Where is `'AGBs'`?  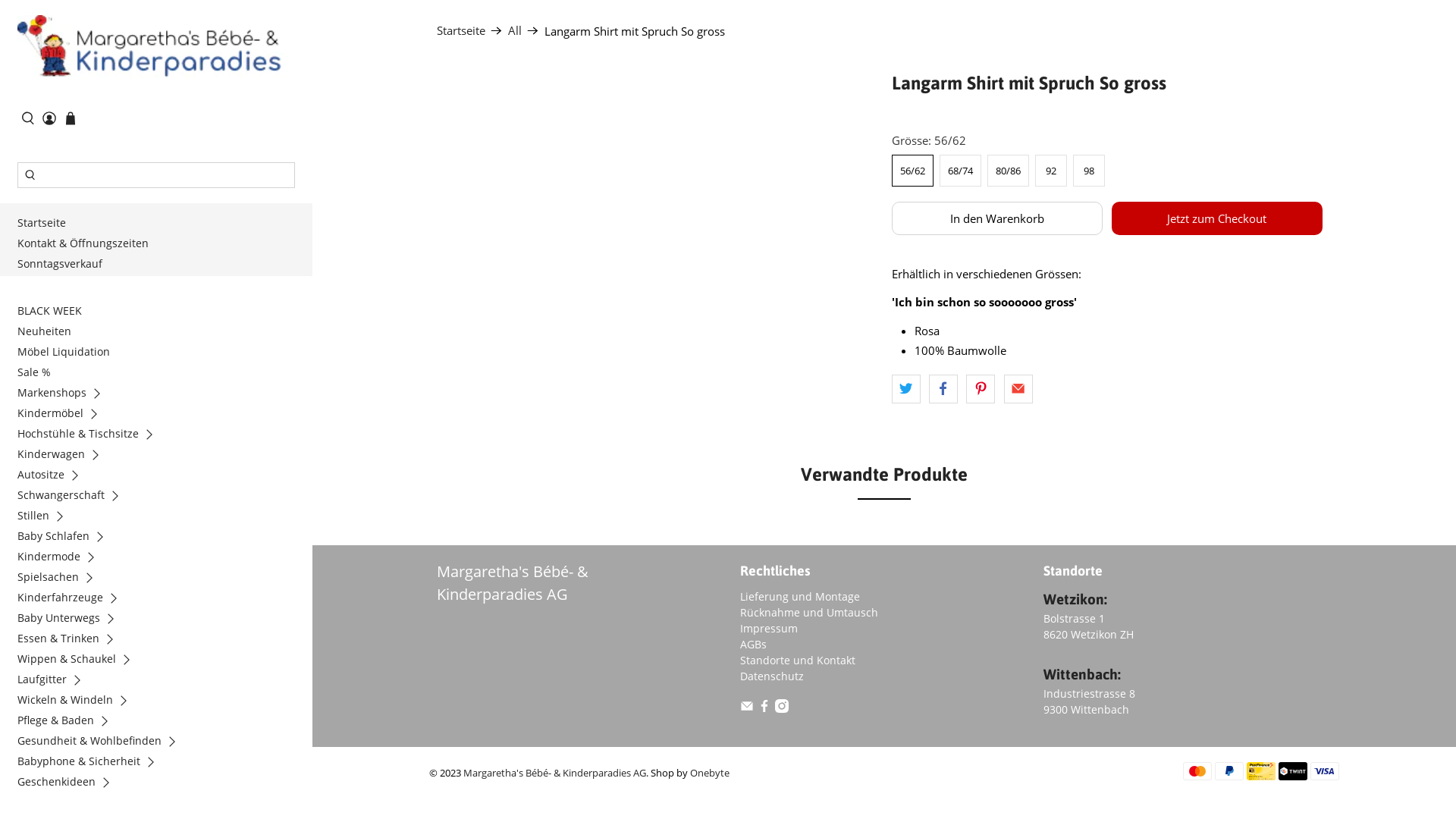
'AGBs' is located at coordinates (753, 644).